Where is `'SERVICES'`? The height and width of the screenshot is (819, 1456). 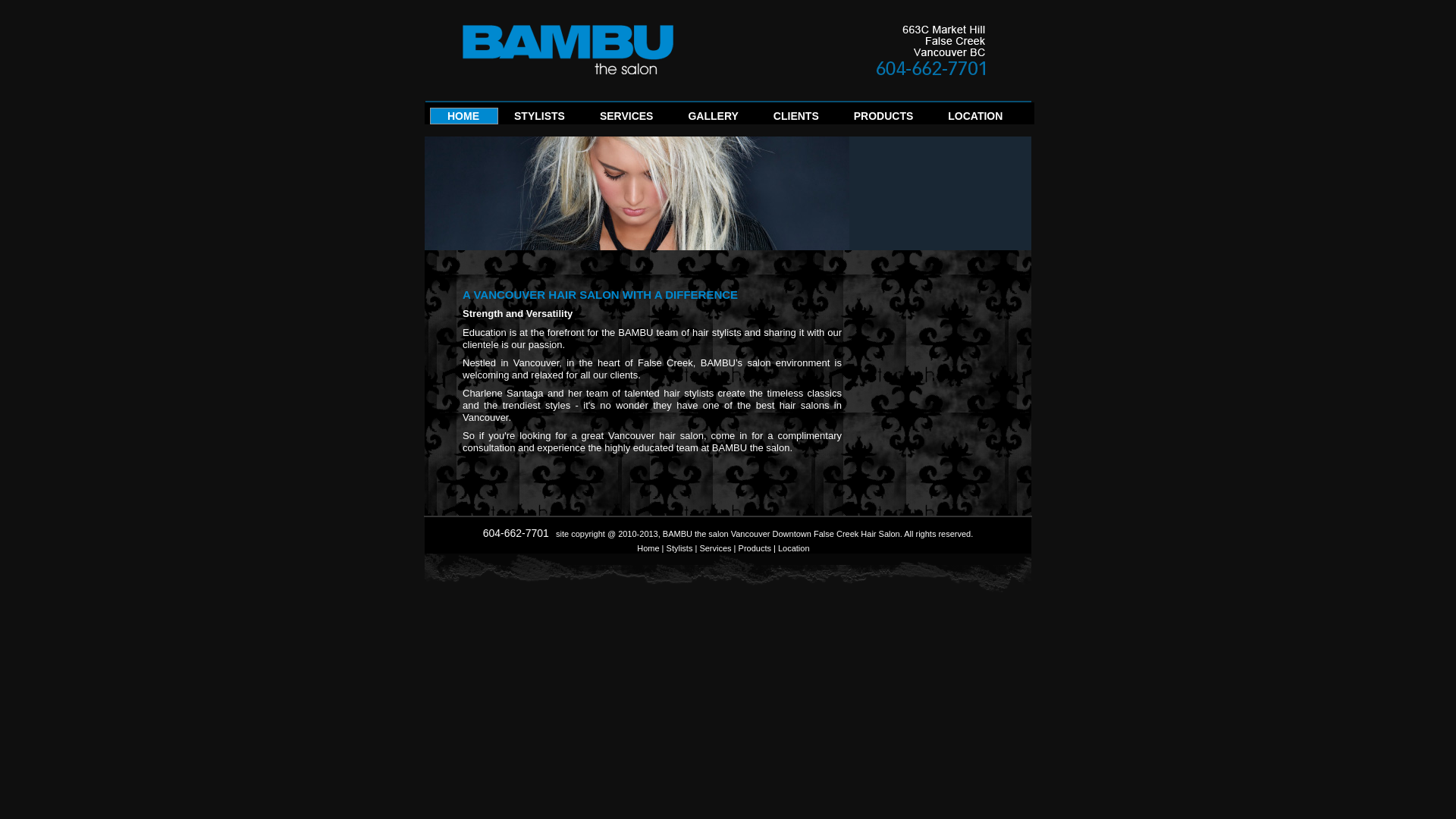 'SERVICES' is located at coordinates (626, 120).